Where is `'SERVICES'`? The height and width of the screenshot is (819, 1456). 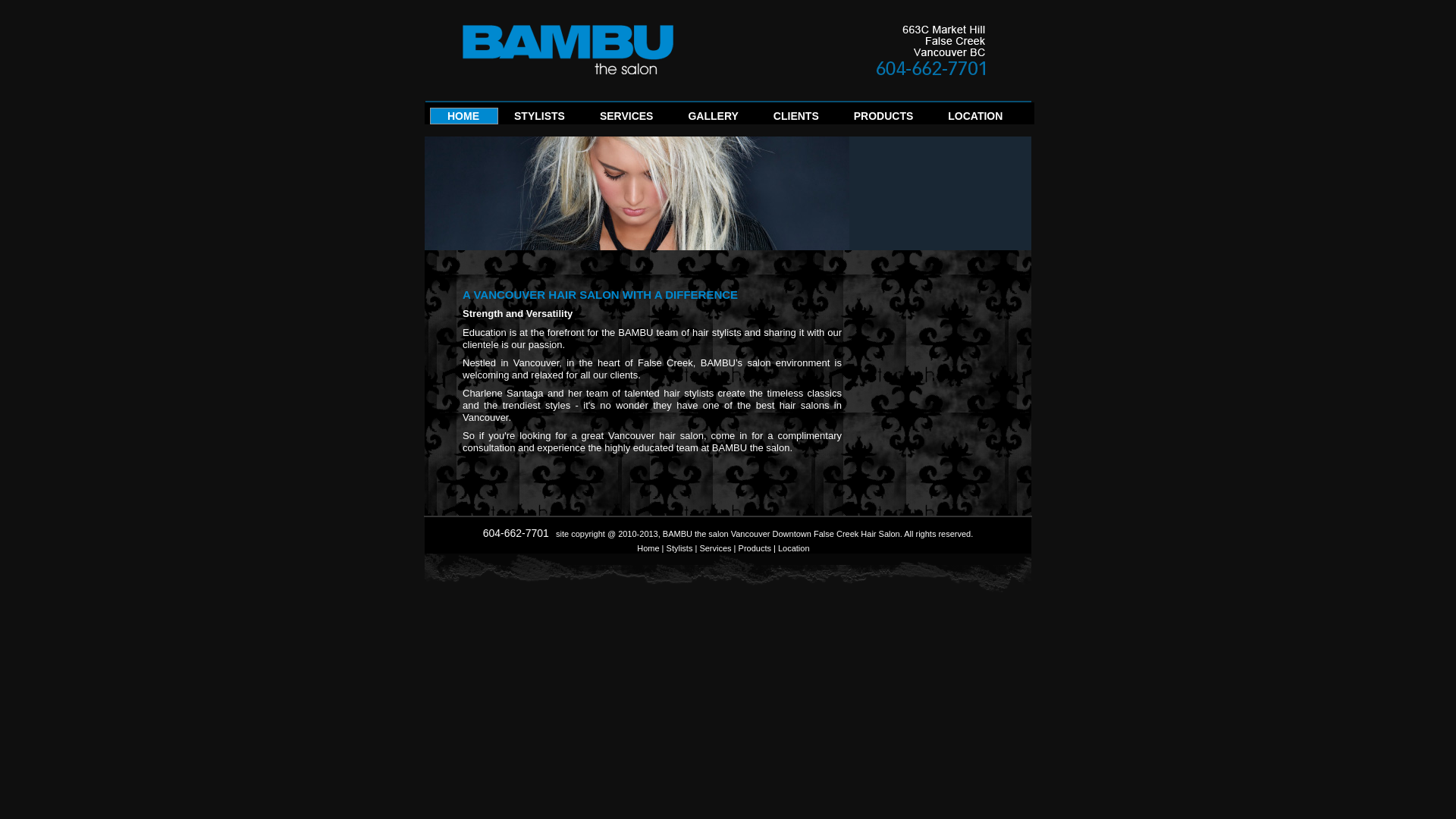 'SERVICES' is located at coordinates (626, 120).